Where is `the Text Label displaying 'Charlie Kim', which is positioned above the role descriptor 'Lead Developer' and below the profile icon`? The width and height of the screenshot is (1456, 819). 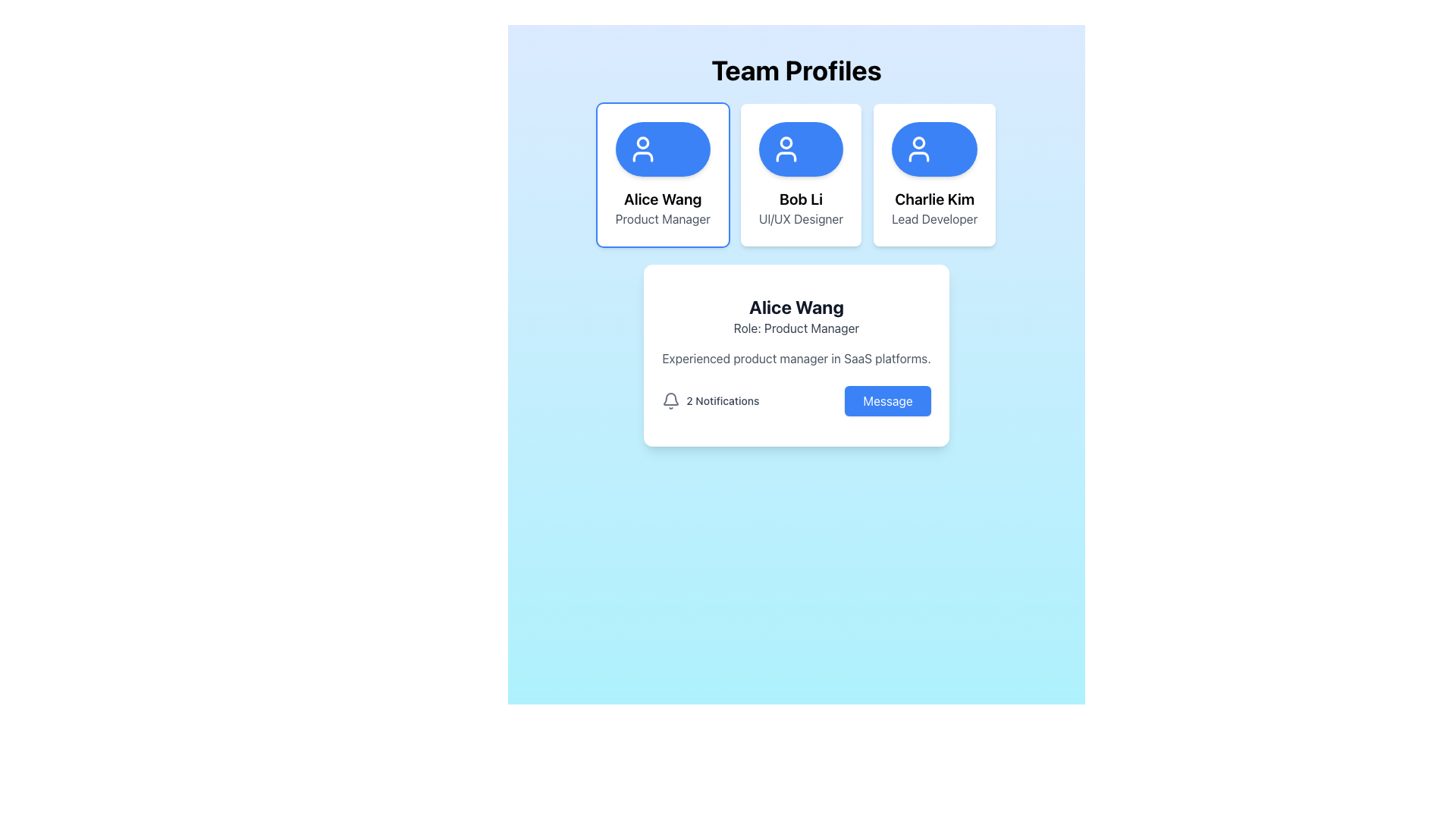 the Text Label displaying 'Charlie Kim', which is positioned above the role descriptor 'Lead Developer' and below the profile icon is located at coordinates (934, 198).